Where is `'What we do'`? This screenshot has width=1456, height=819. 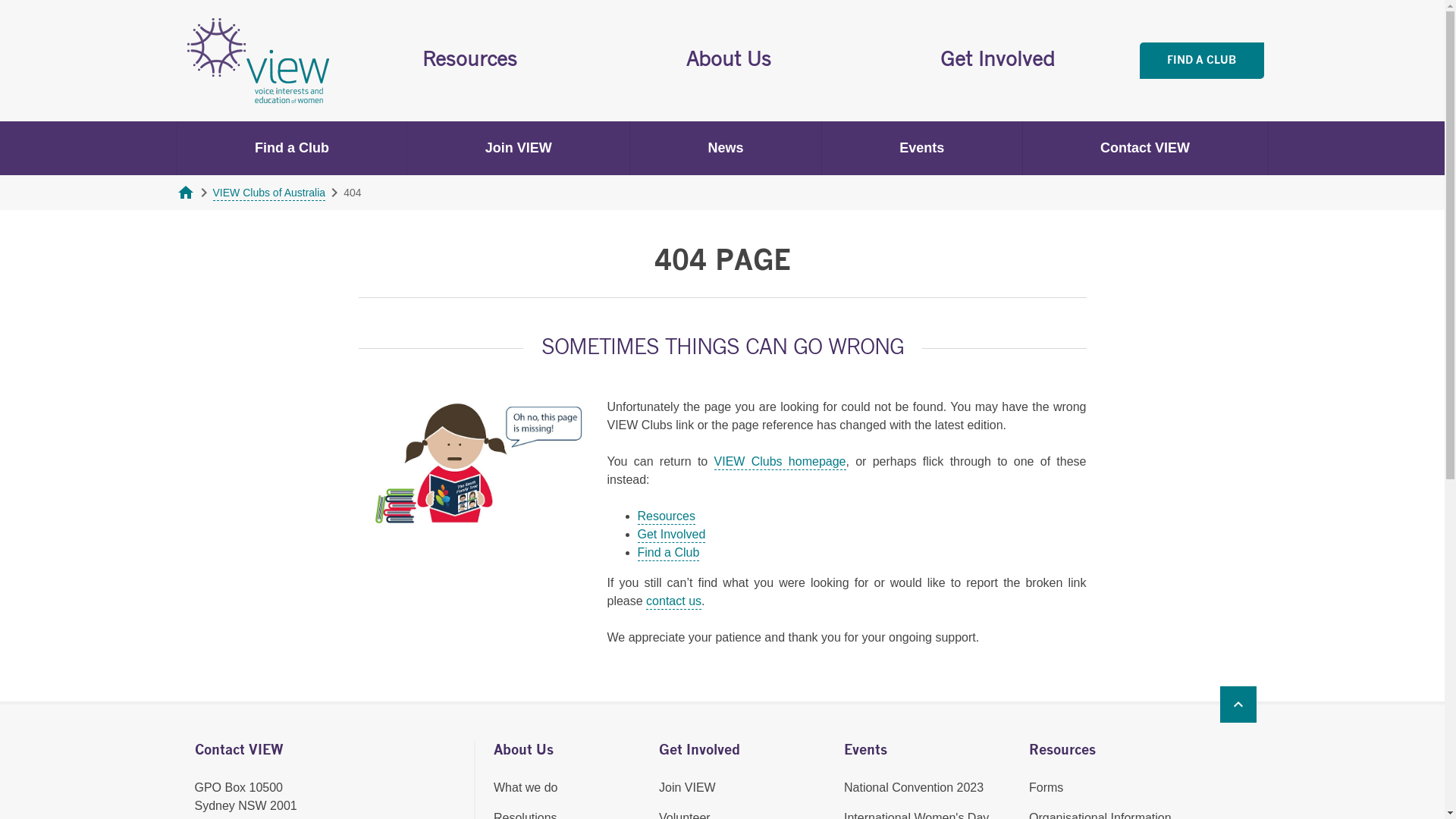 'What we do' is located at coordinates (494, 786).